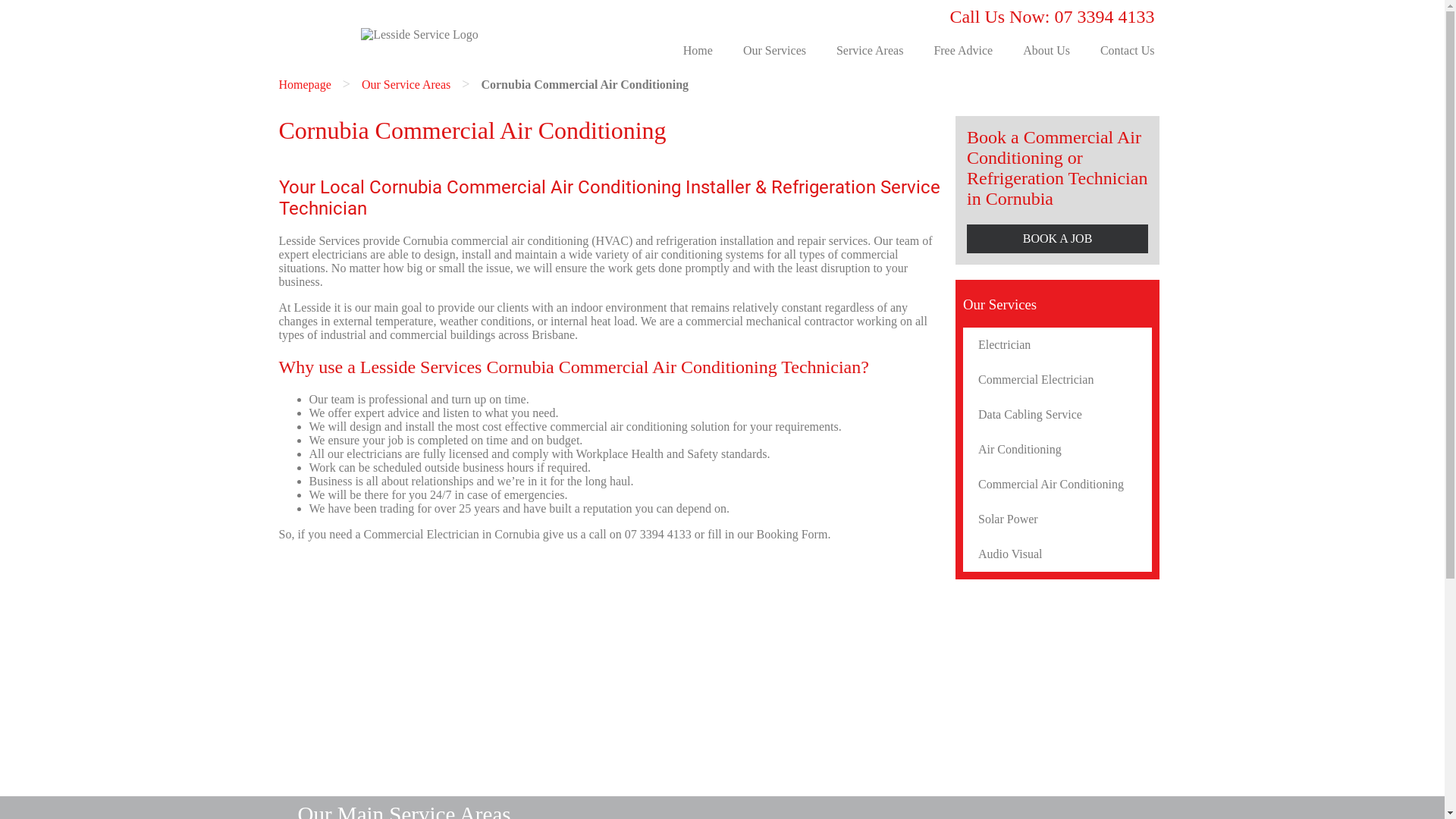  I want to click on 'Our Services', so click(774, 49).